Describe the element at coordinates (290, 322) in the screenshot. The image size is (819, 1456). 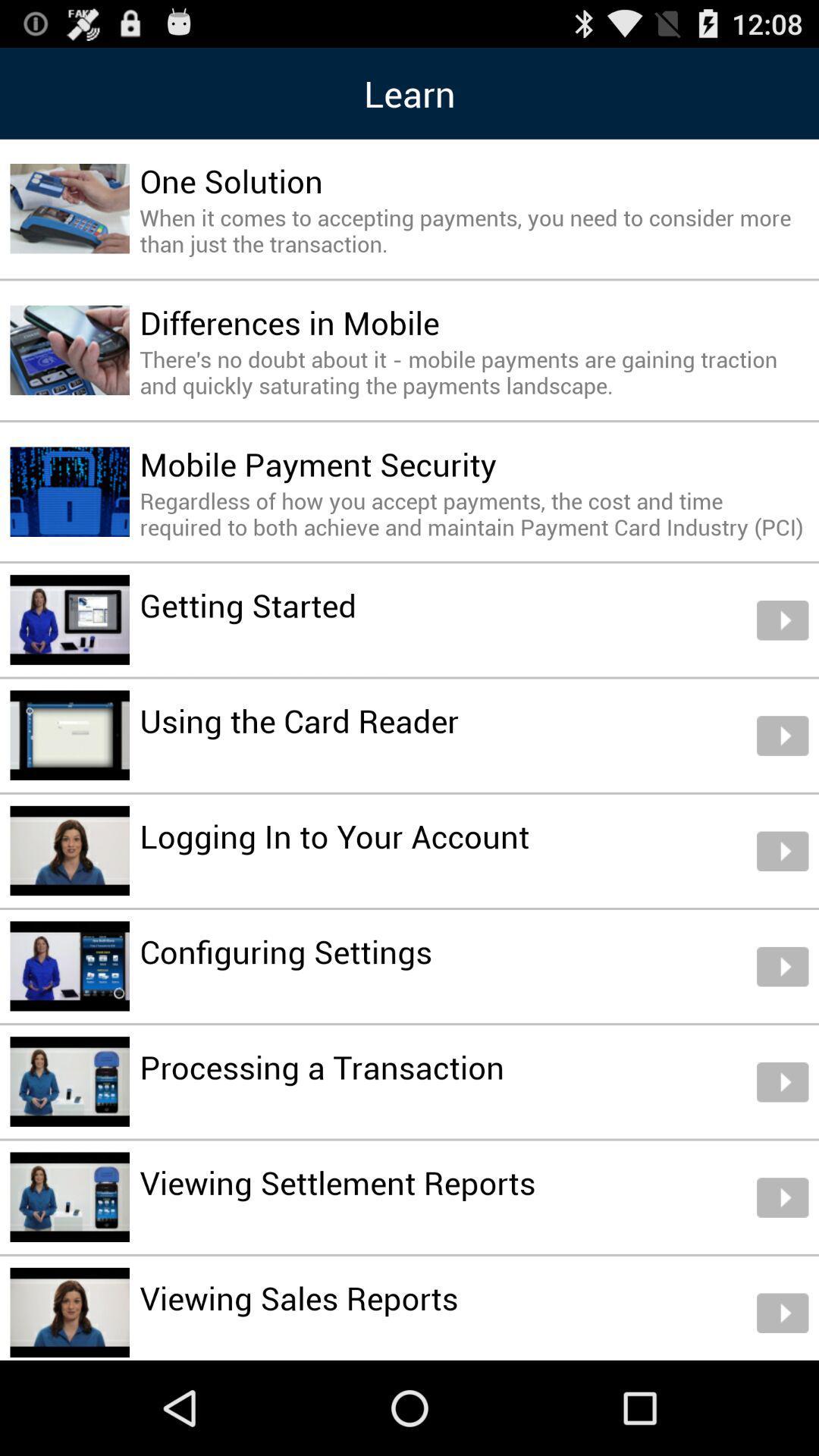
I see `differences in mobile item` at that location.